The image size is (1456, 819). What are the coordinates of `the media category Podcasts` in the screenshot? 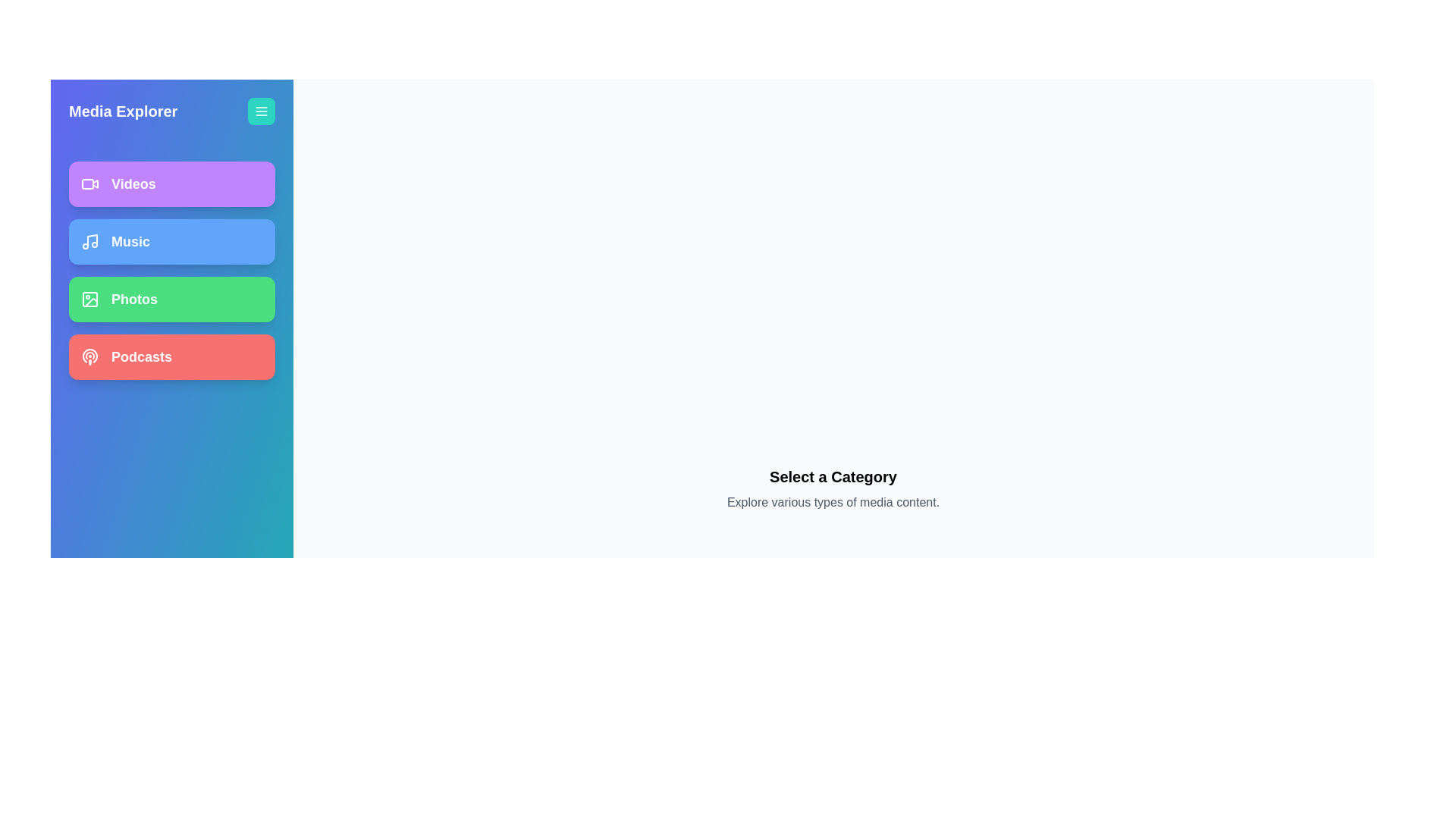 It's located at (171, 356).